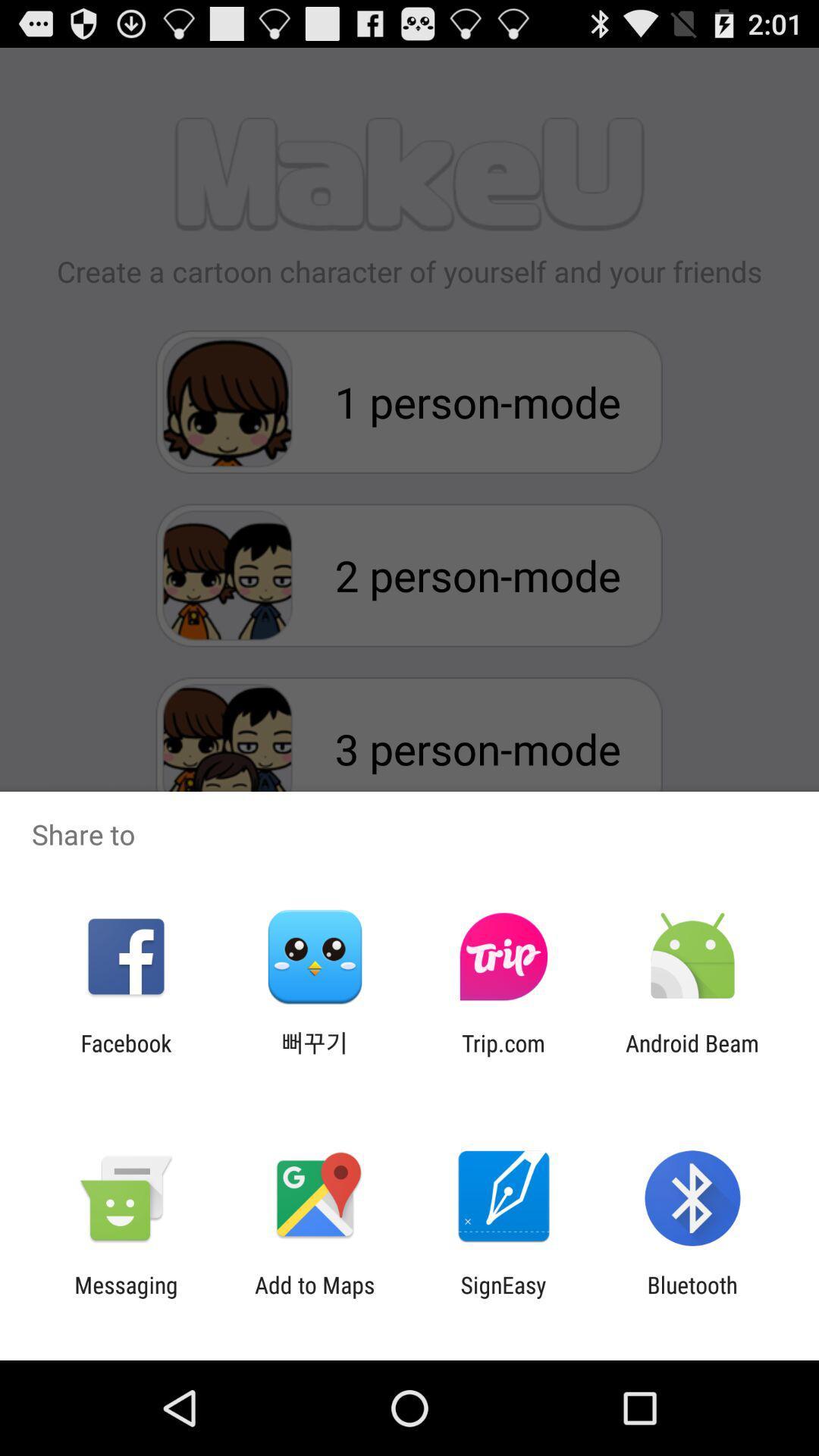  I want to click on add to maps, so click(314, 1298).